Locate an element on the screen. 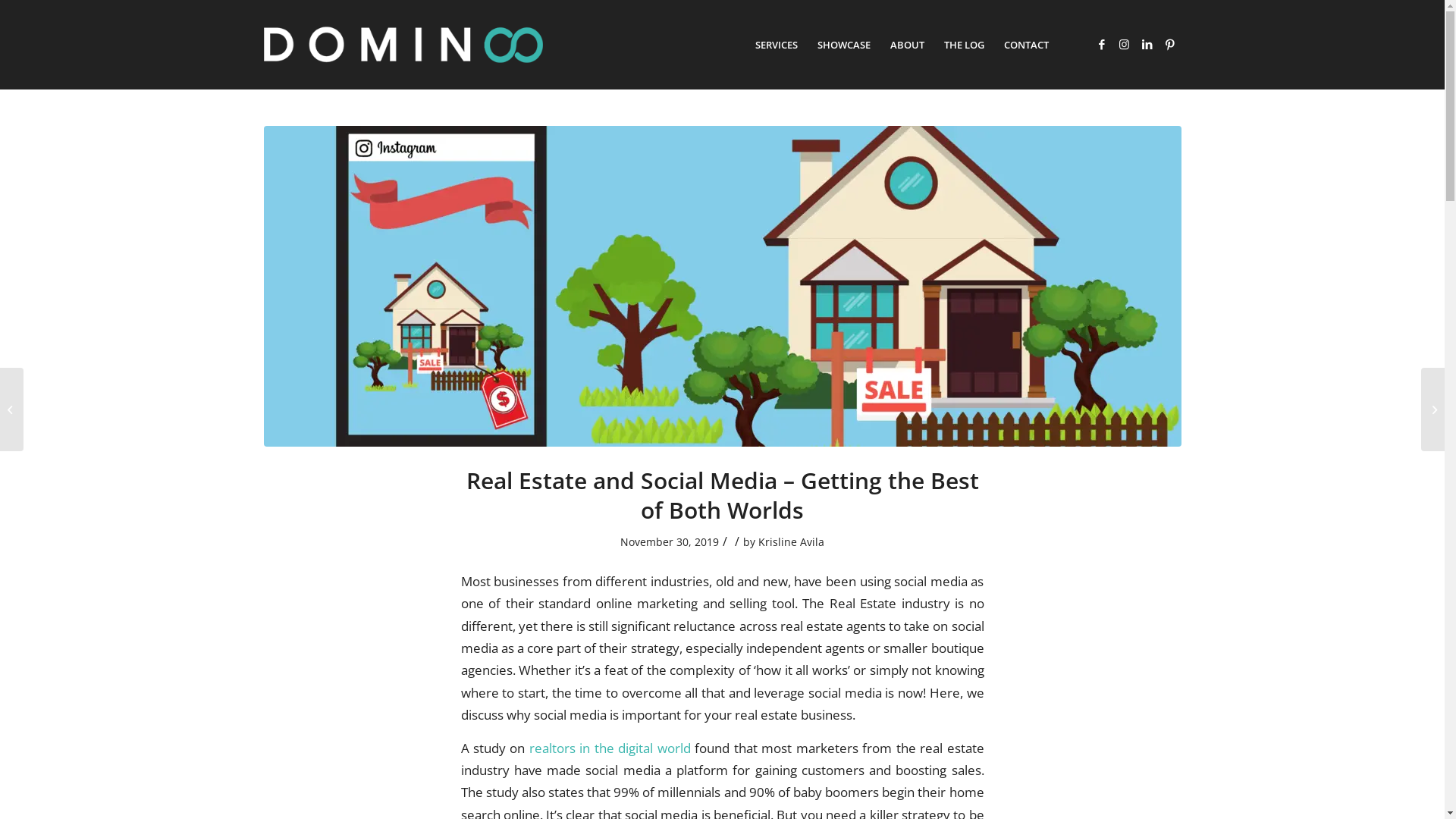 The height and width of the screenshot is (819, 1456). 'THE LOG' is located at coordinates (963, 43).